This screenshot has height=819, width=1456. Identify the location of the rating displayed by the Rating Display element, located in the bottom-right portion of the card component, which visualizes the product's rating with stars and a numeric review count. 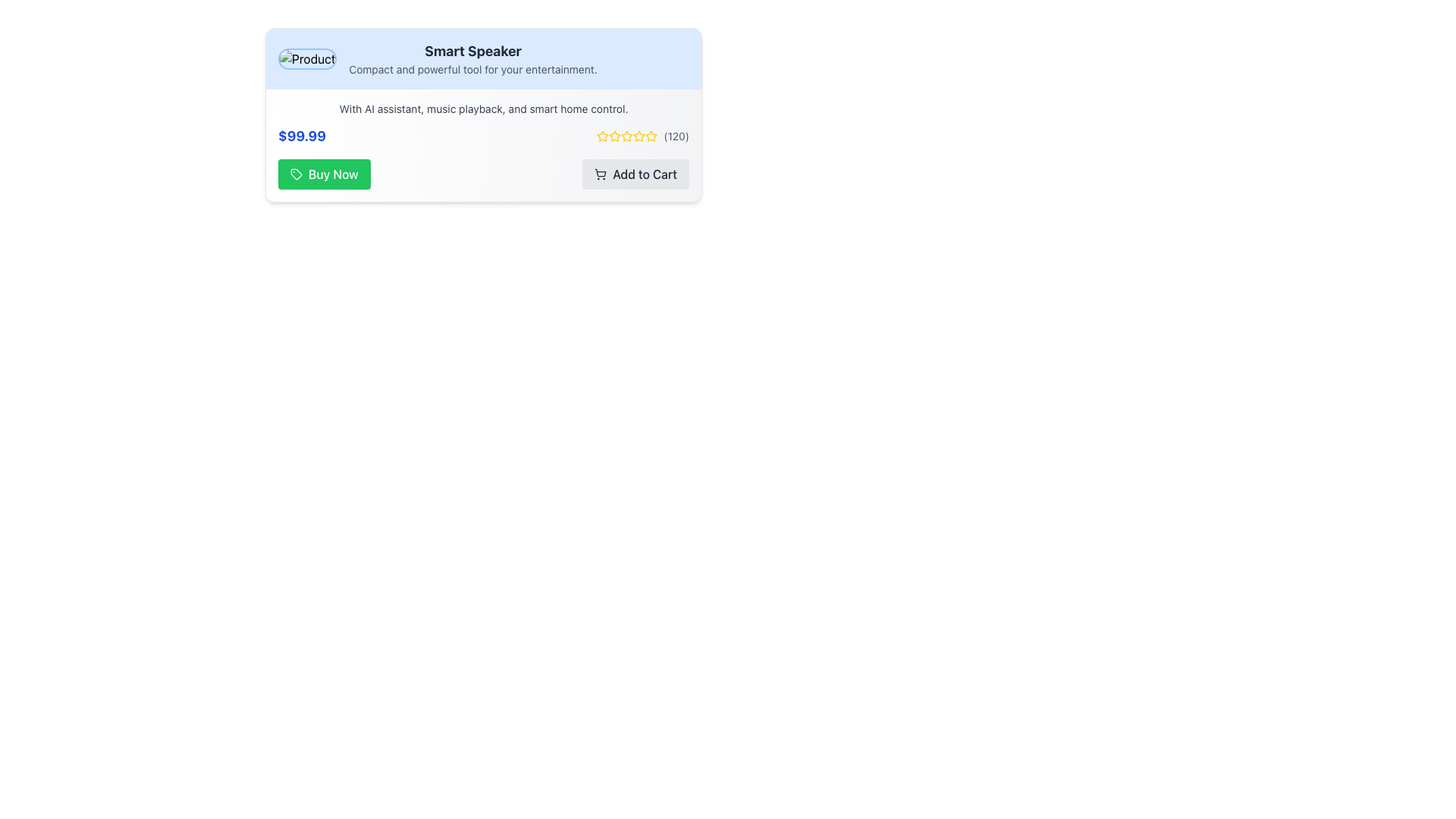
(643, 136).